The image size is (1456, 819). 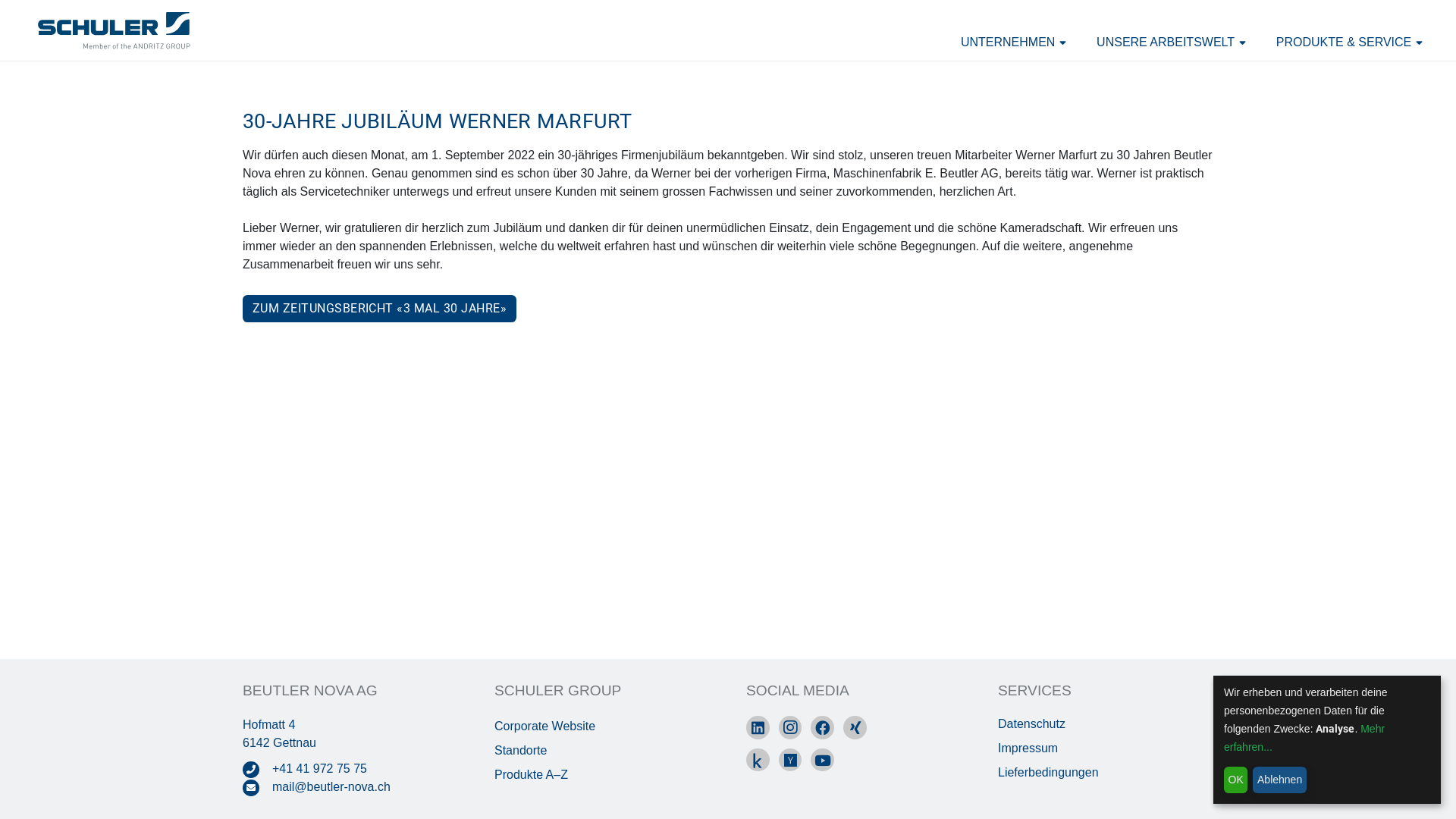 What do you see at coordinates (1260, 42) in the screenshot?
I see `'PRODUKTE & SERVICE'` at bounding box center [1260, 42].